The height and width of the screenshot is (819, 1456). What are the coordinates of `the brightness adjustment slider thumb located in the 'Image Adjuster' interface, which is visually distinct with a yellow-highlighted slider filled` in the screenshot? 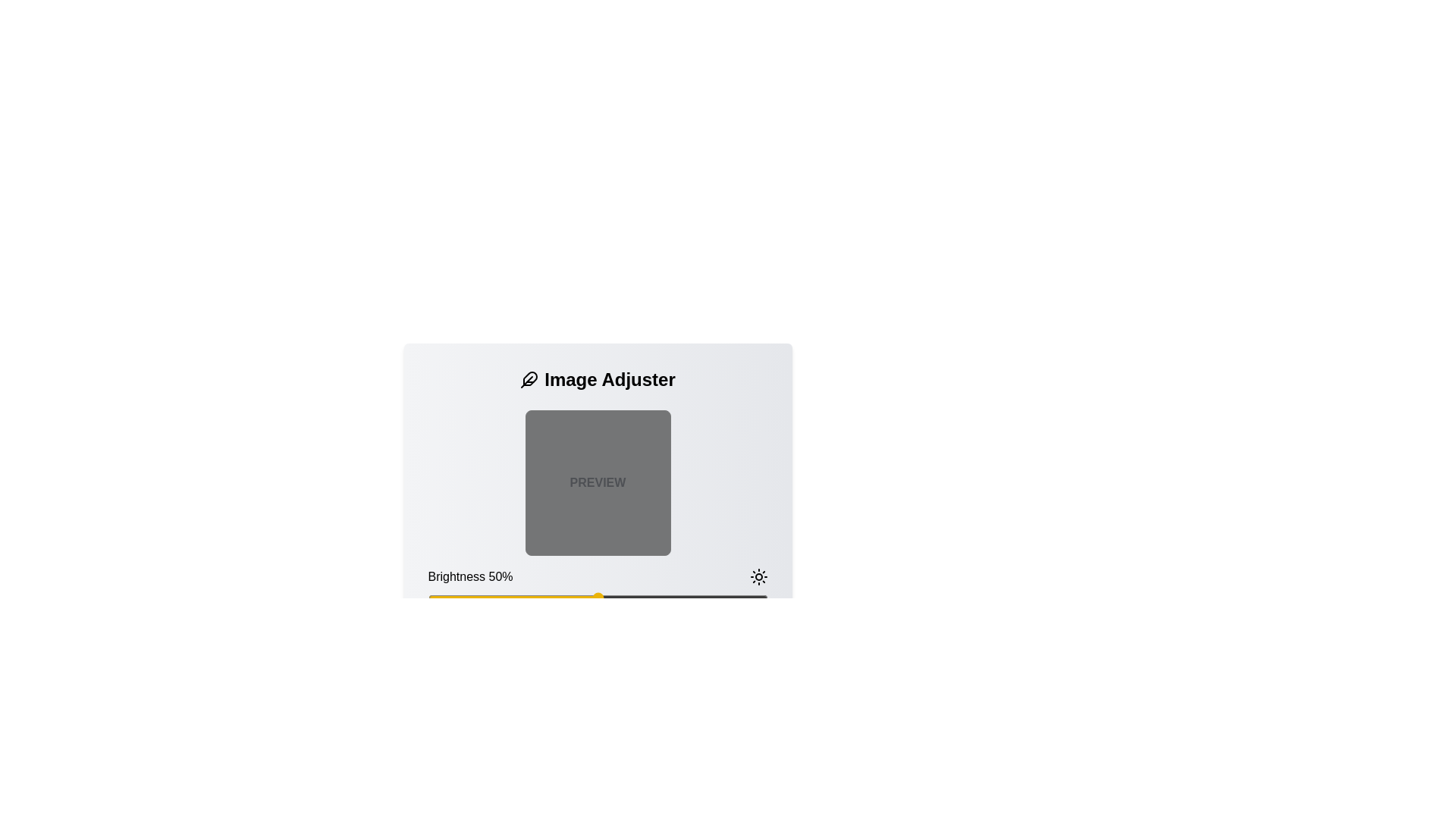 It's located at (597, 619).